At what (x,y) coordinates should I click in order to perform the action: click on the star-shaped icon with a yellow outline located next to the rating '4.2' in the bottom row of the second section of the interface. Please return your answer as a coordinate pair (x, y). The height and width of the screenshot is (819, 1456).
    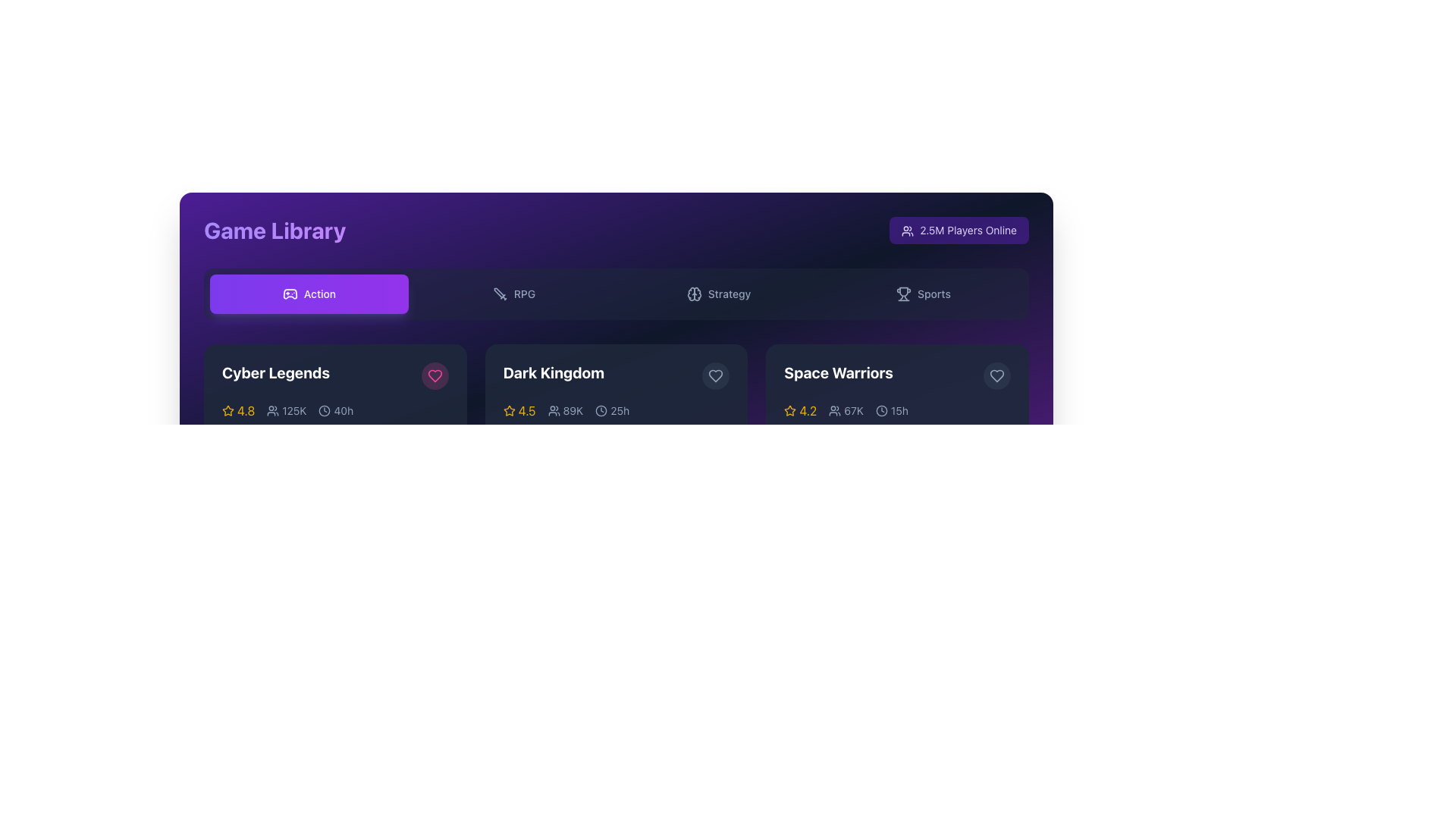
    Looking at the image, I should click on (789, 411).